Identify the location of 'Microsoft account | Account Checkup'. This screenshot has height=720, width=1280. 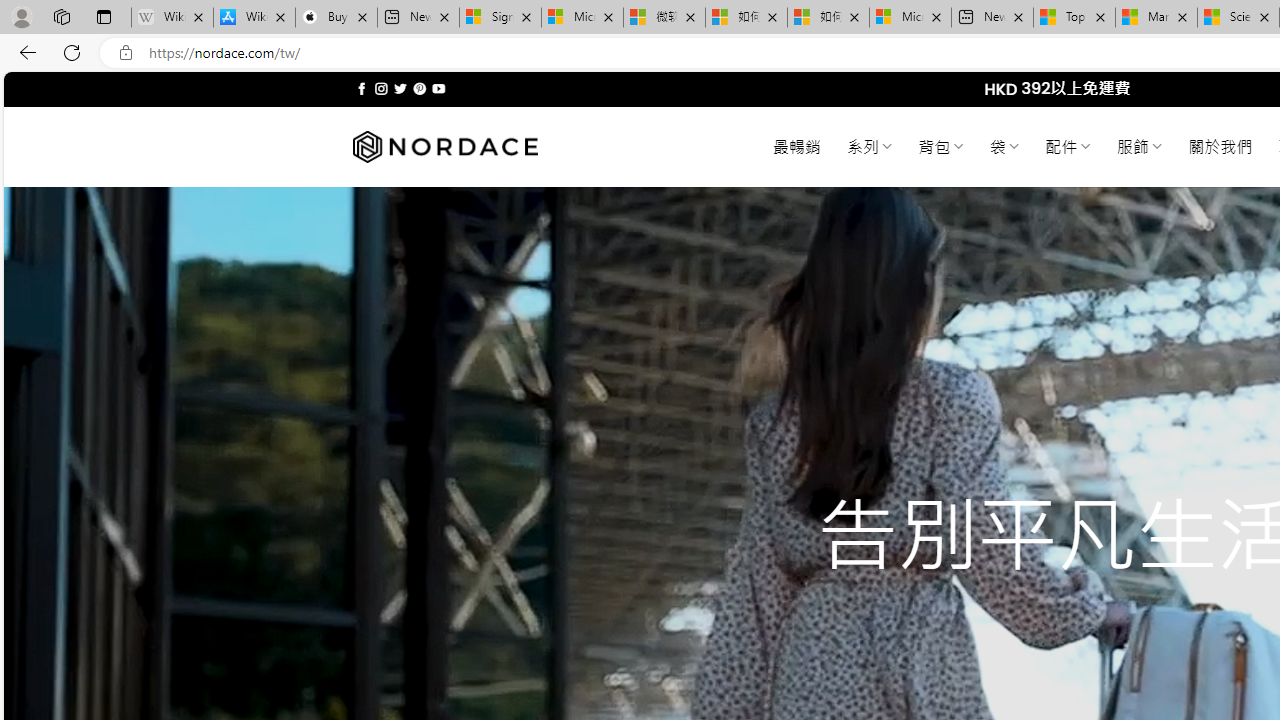
(909, 17).